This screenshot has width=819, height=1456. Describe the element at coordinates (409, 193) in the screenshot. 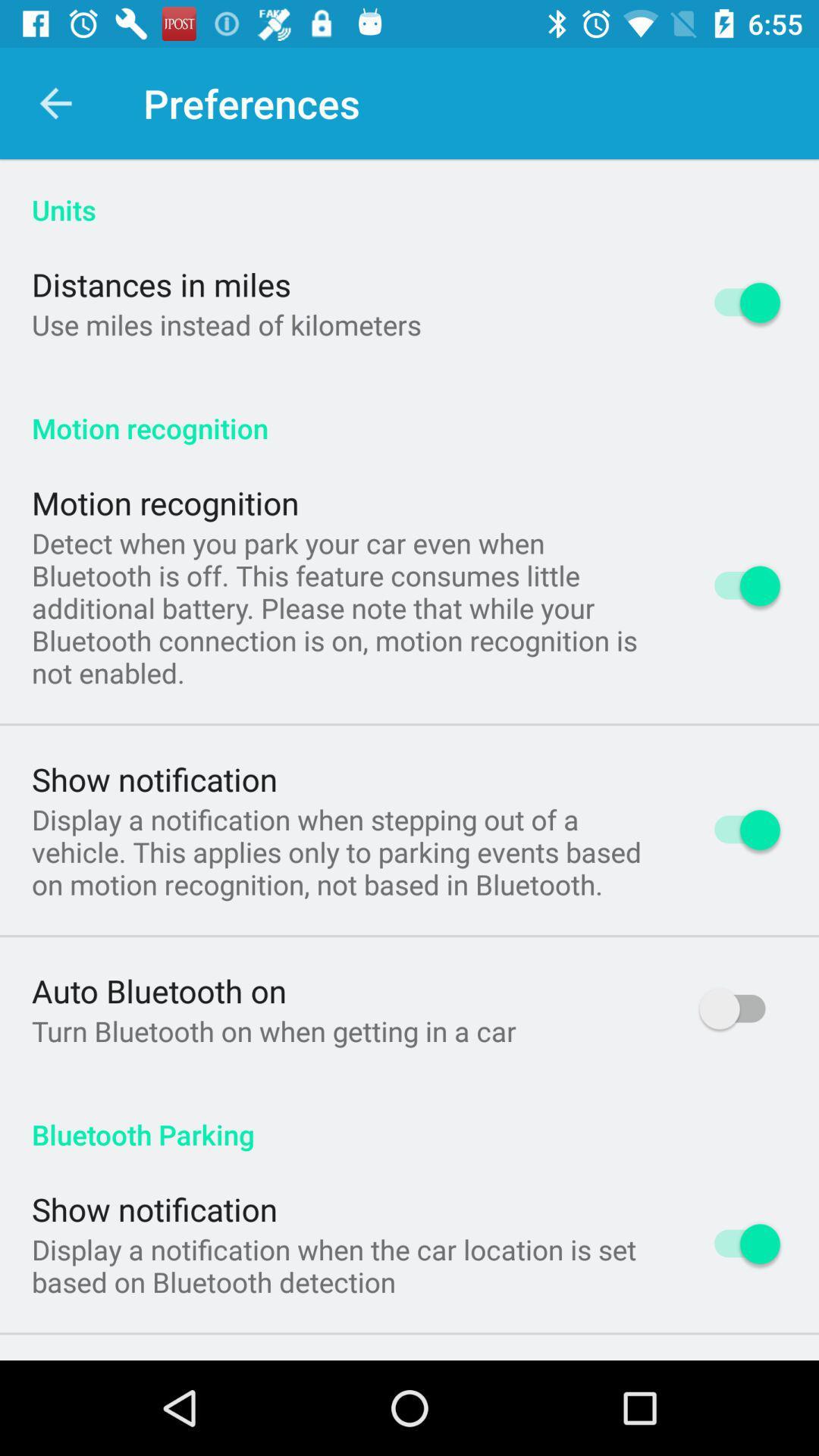

I see `the units` at that location.